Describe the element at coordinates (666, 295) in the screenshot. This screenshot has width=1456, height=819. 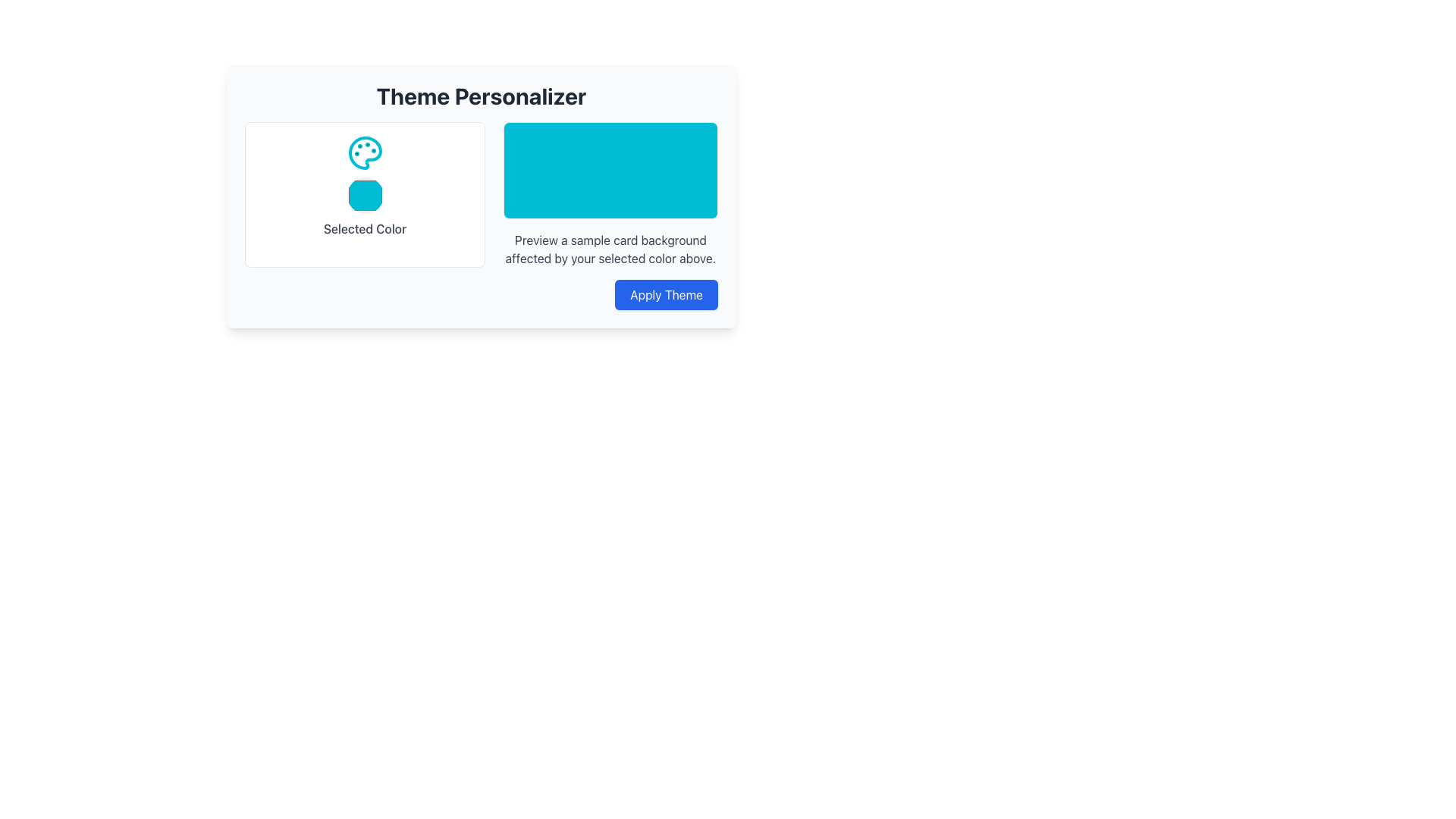
I see `the 'Apply Theme' button, which has a blue background and white text, to observe visual feedback` at that location.